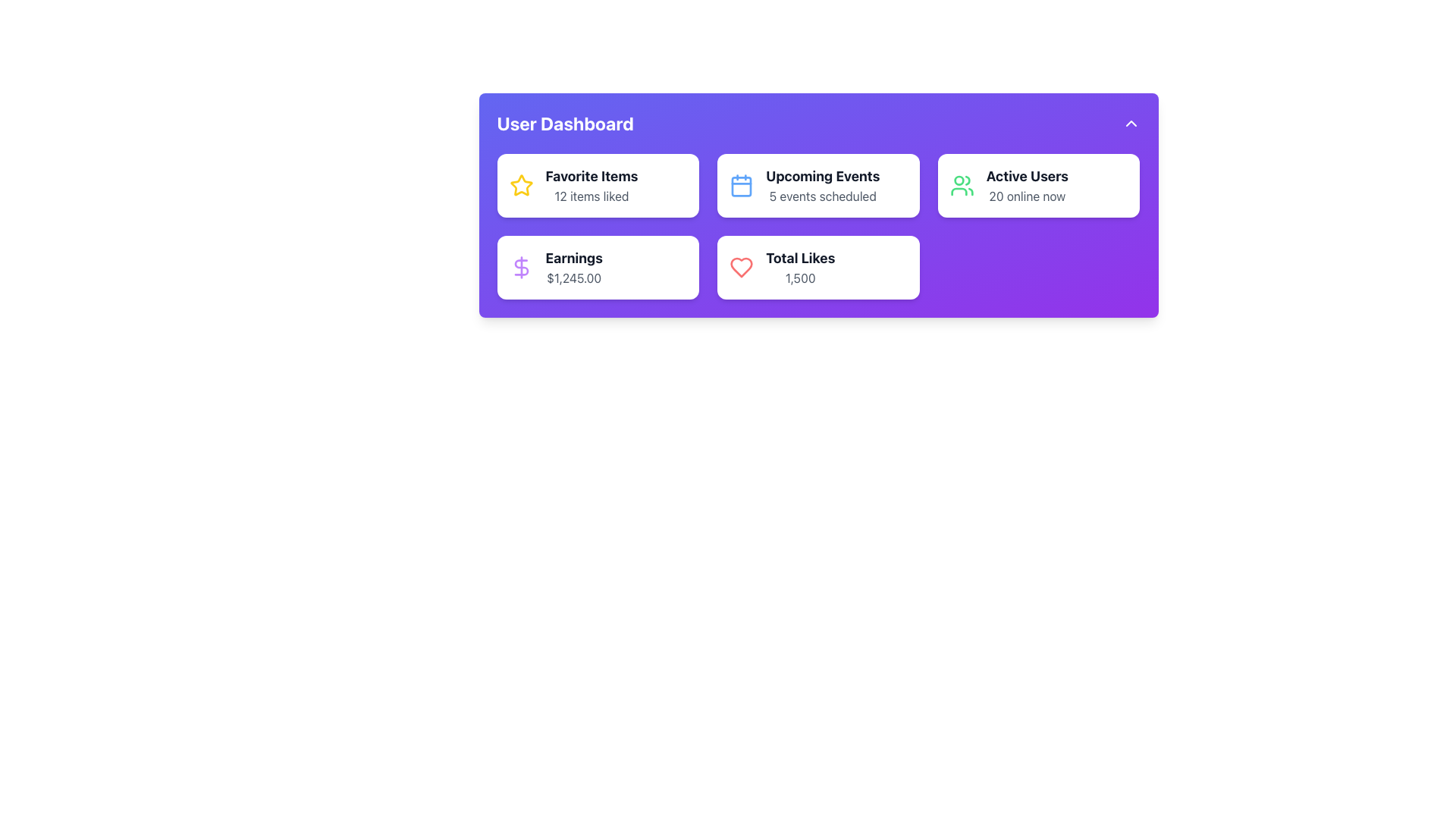  I want to click on the Informational component displaying 'Upcoming Events' and '5 events scheduled', positioned in the second card of the top row in the dashboard, so click(822, 185).